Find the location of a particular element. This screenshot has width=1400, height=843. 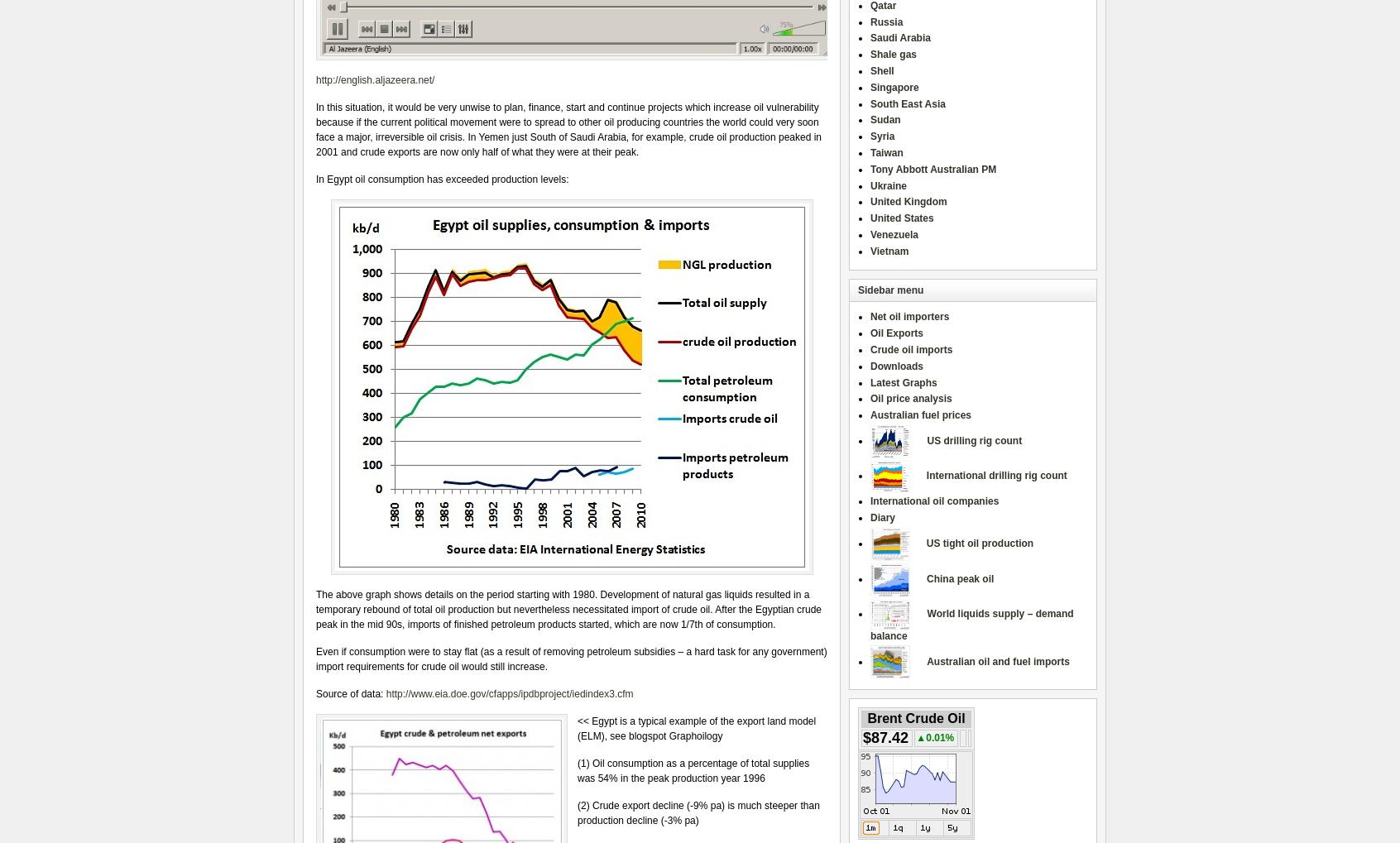

'Latest Graphs' is located at coordinates (904, 382).